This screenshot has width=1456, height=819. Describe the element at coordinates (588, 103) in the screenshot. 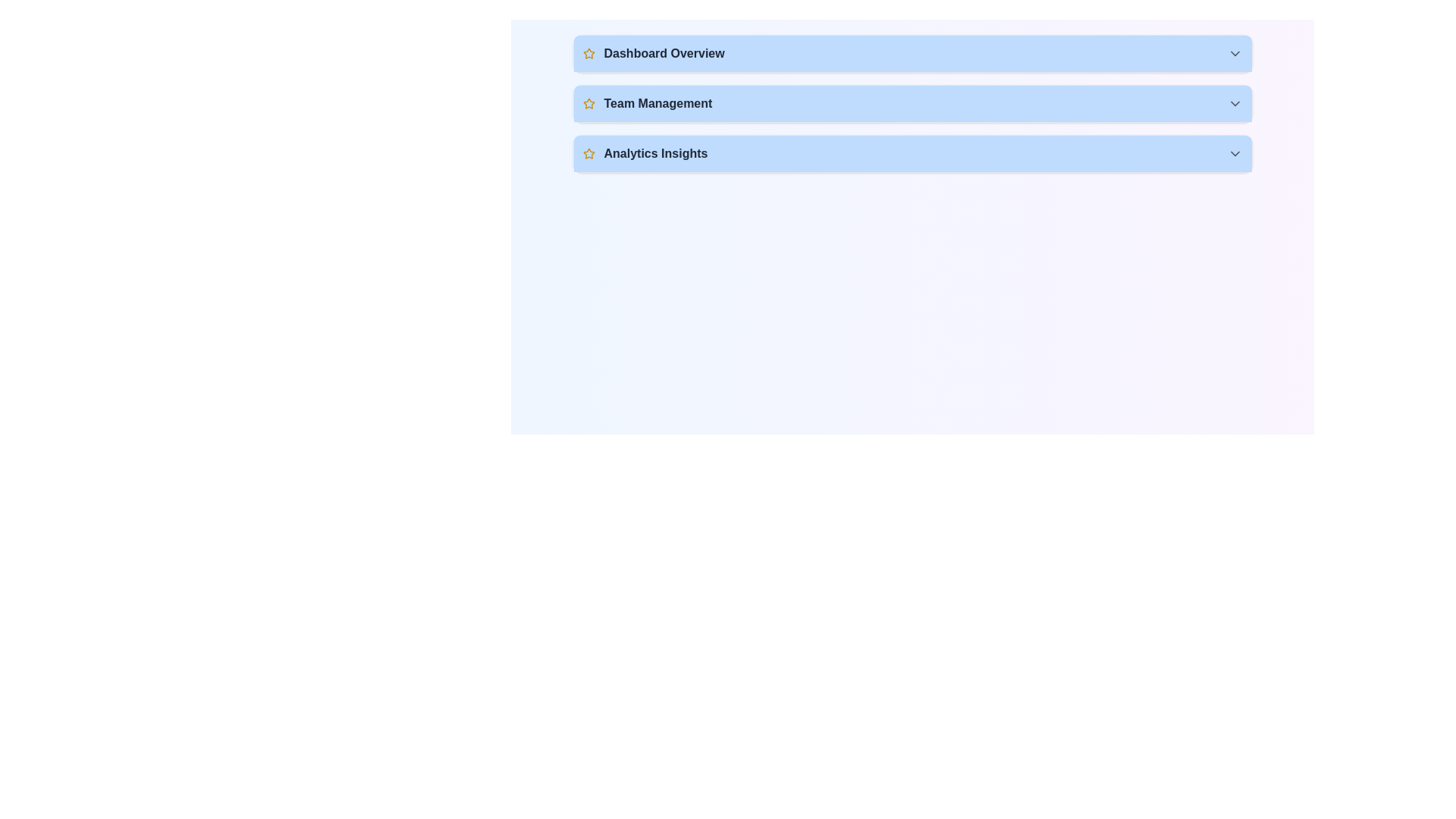

I see `the golden yellow star-shaped icon to mark it as favorite or rate, located to the left of the 'Team Management' text` at that location.